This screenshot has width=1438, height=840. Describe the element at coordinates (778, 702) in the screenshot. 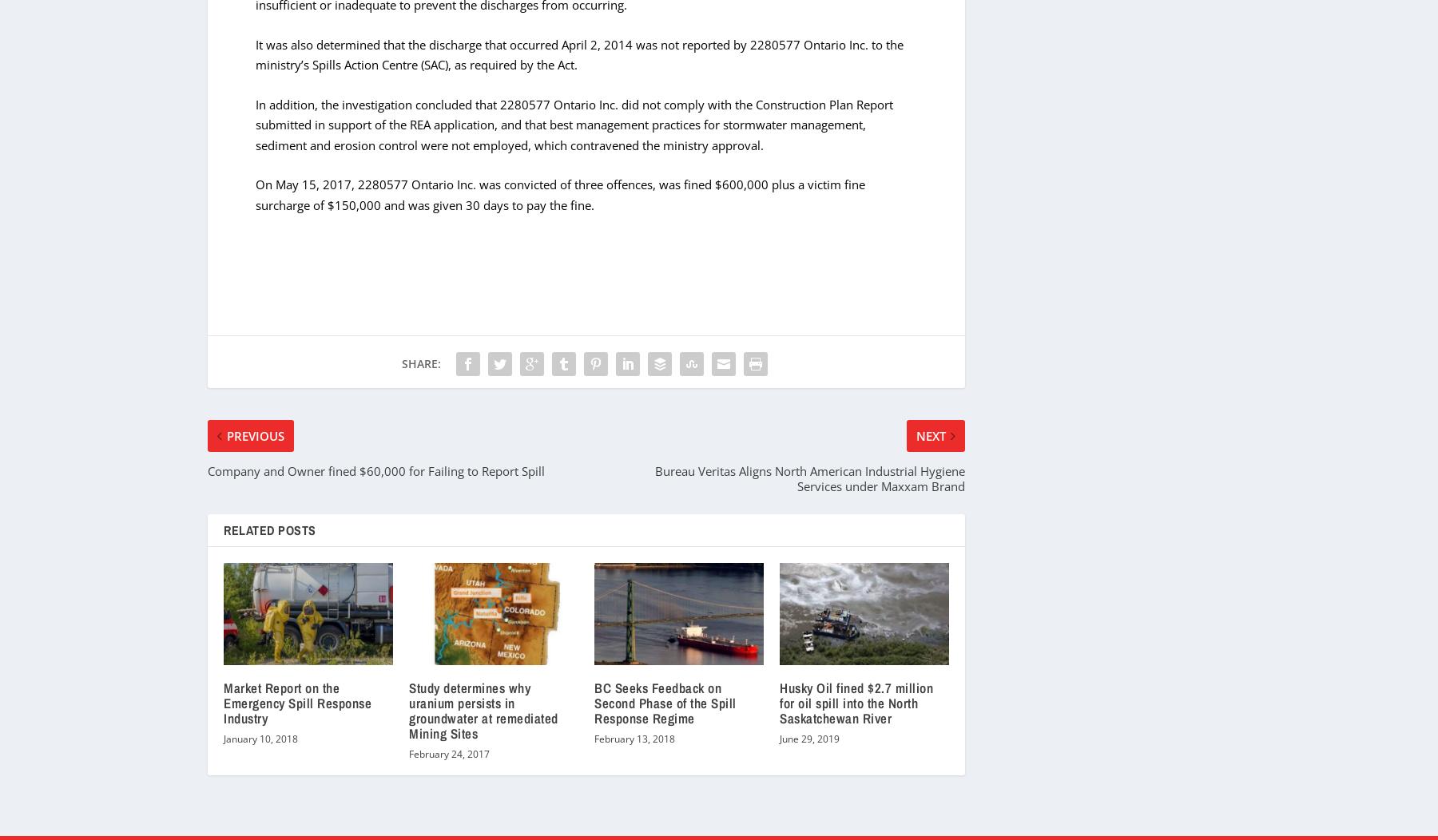

I see `'Husky Oil fined $2.7 million for oil spill into the North Saskatchewan River'` at that location.